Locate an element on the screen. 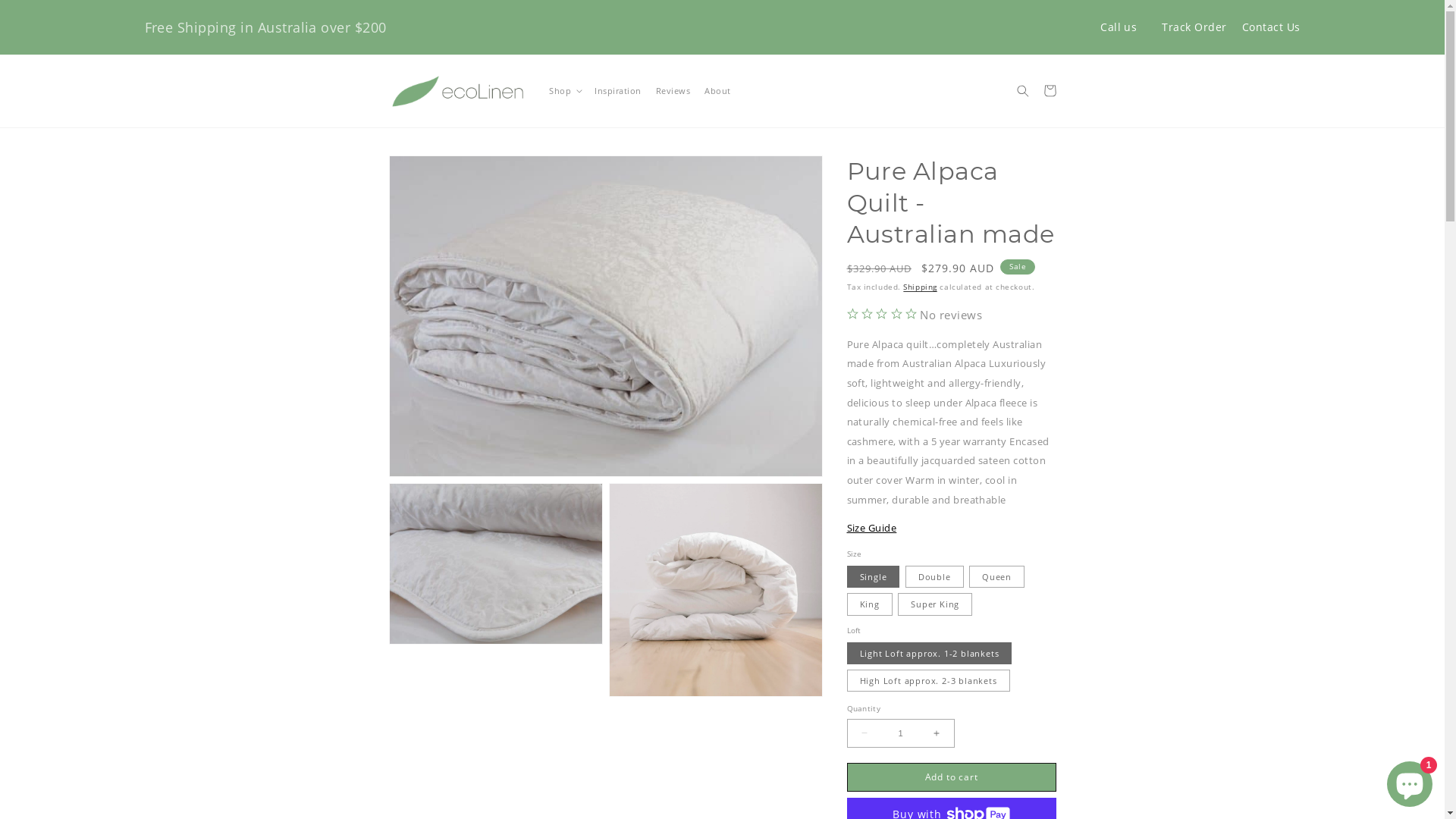 Image resolution: width=1456 pixels, height=819 pixels. 'About' is located at coordinates (697, 91).